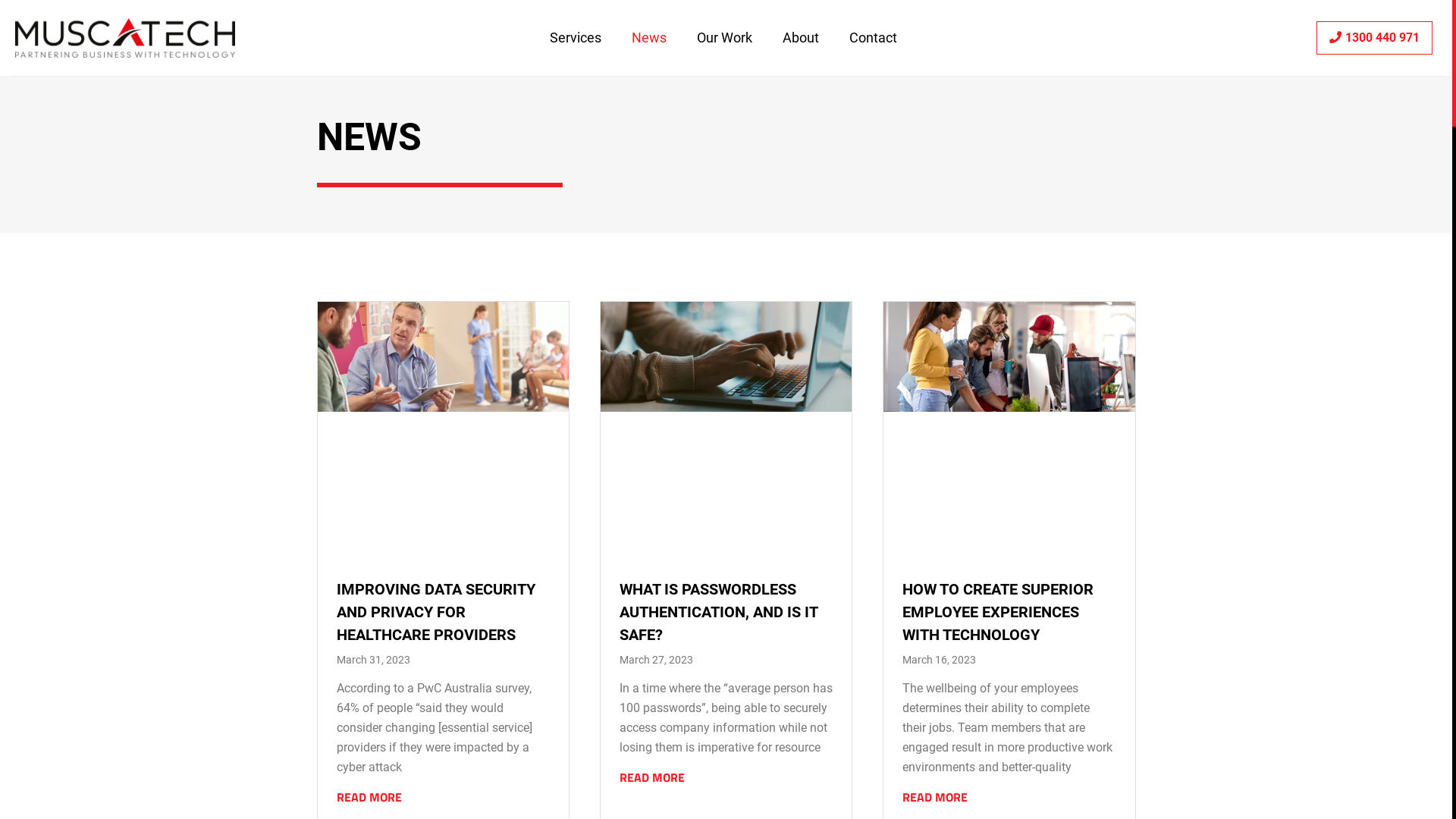  Describe the element at coordinates (574, 37) in the screenshot. I see `'Services'` at that location.